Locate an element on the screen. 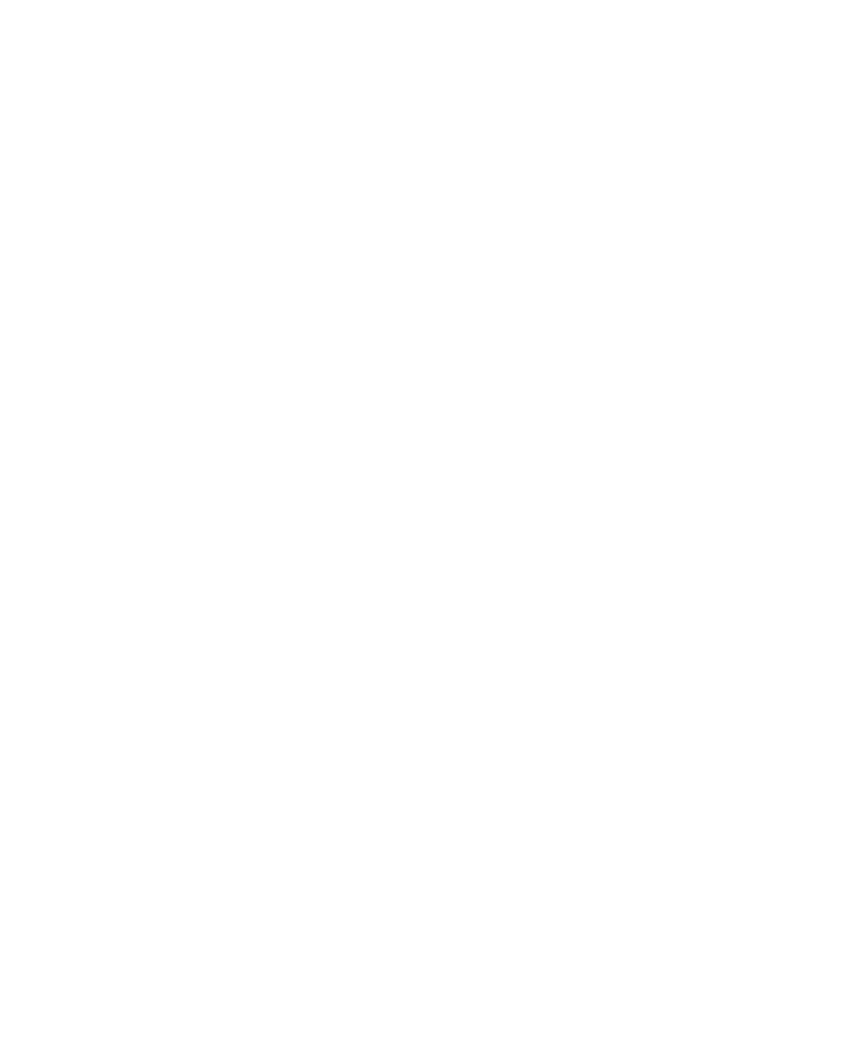 The height and width of the screenshot is (1039, 850). 'September 2018' is located at coordinates (147, 744).